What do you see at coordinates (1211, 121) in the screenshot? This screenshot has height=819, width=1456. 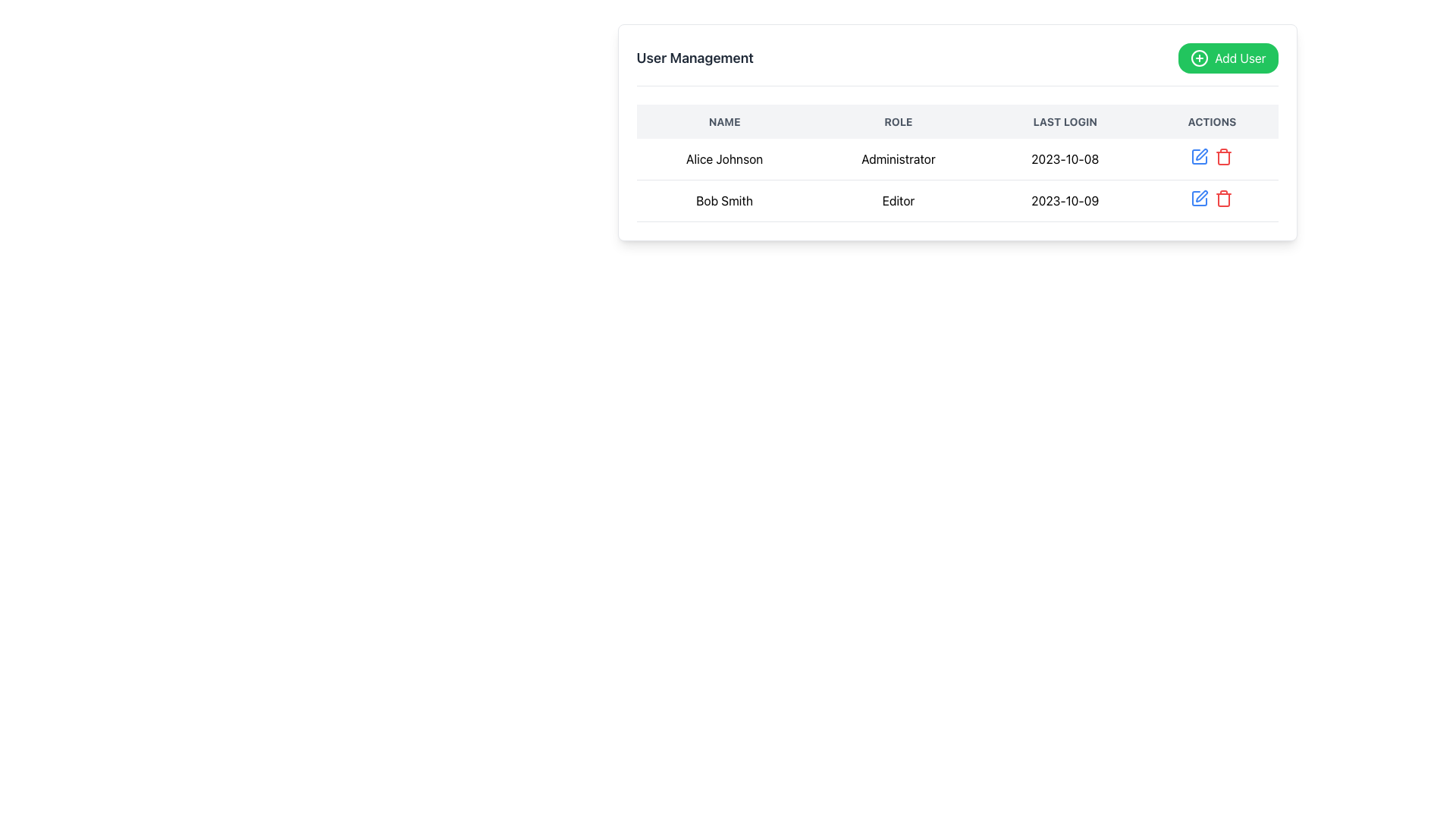 I see `the text label that serves as the fourth column header in the user management interface, located at the far-right of the header row` at bounding box center [1211, 121].